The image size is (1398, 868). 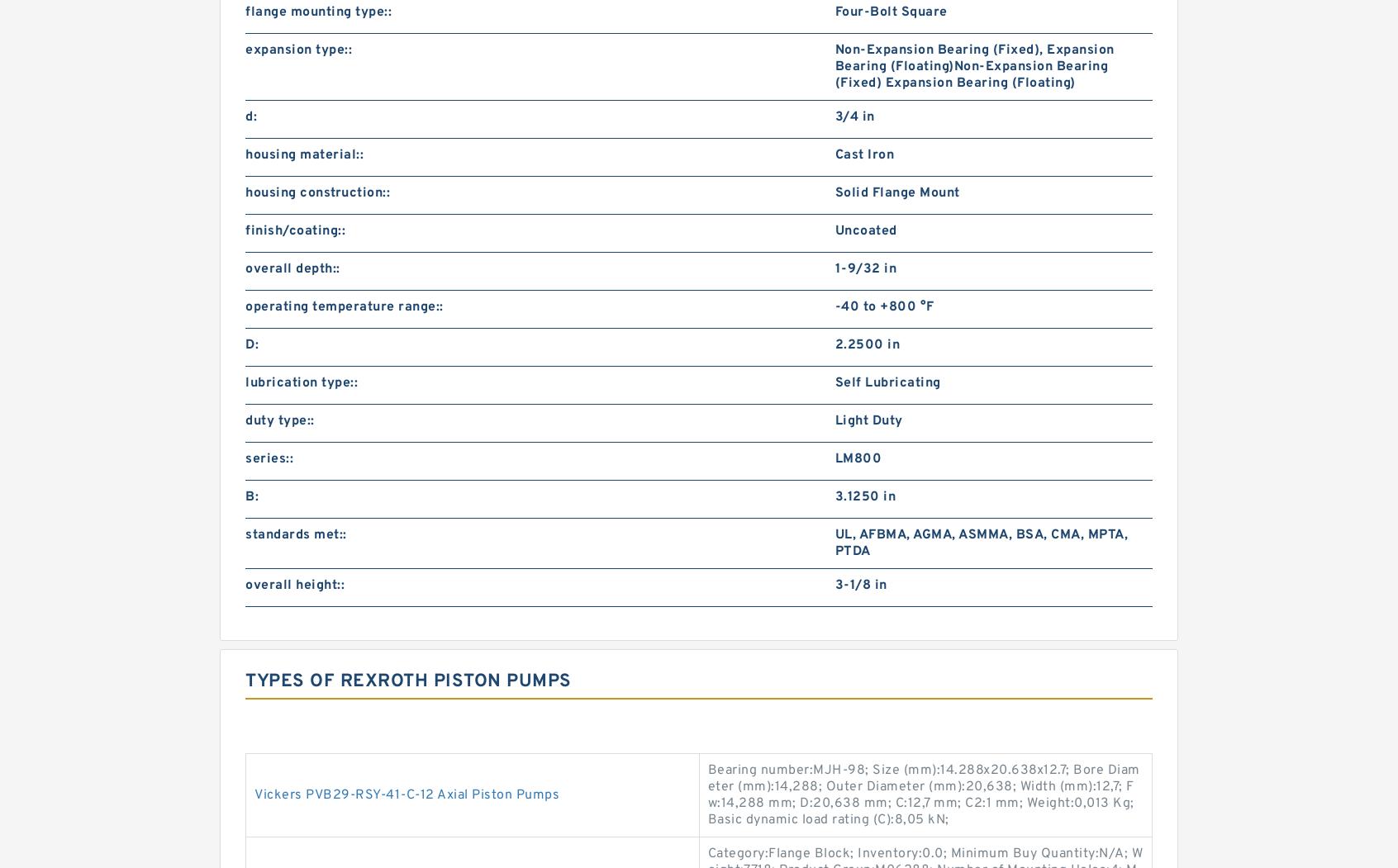 I want to click on 'd:', so click(x=250, y=116).